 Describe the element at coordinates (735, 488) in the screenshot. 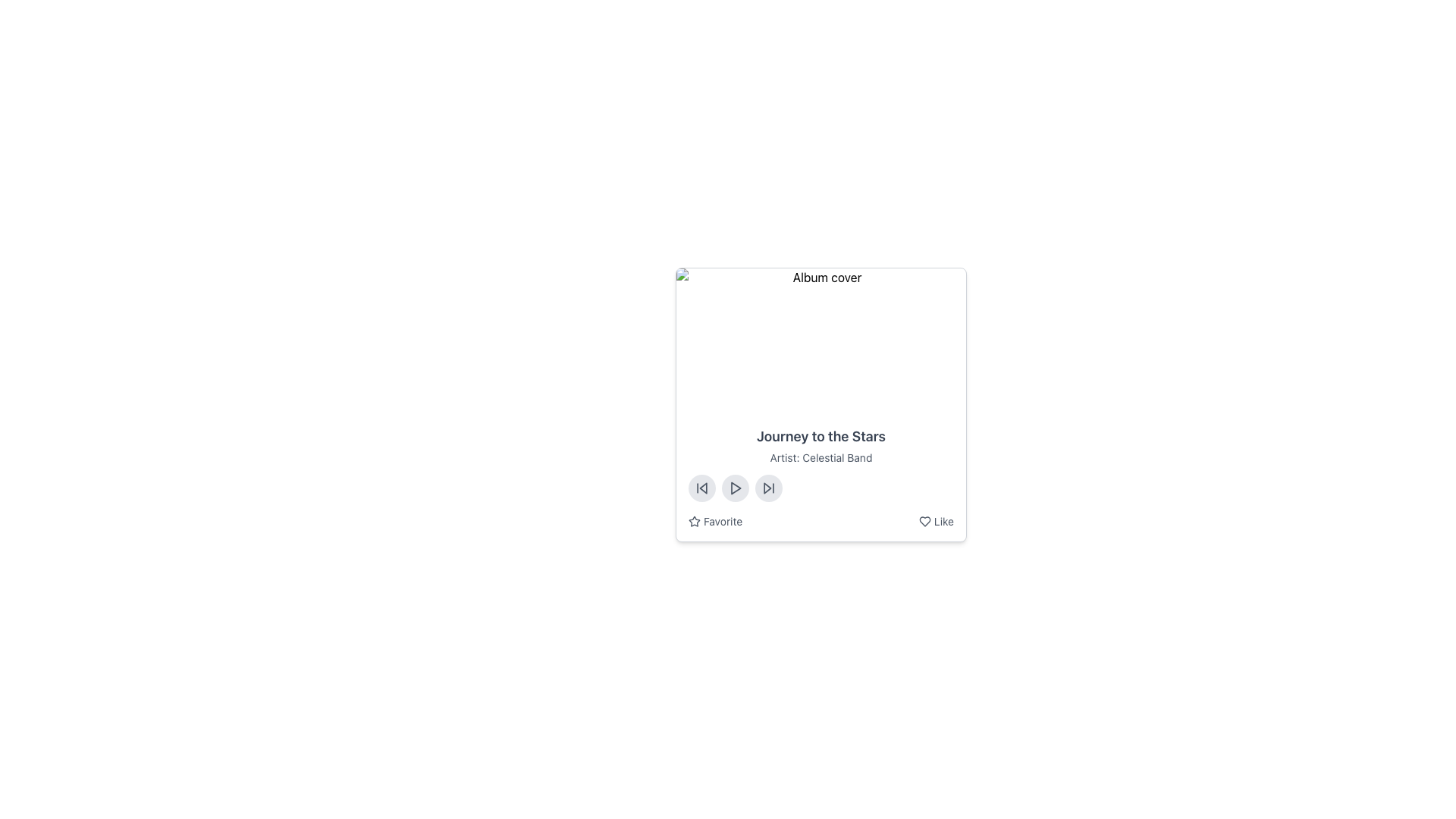

I see `the play button located in the center of the media control section below the album cover` at that location.